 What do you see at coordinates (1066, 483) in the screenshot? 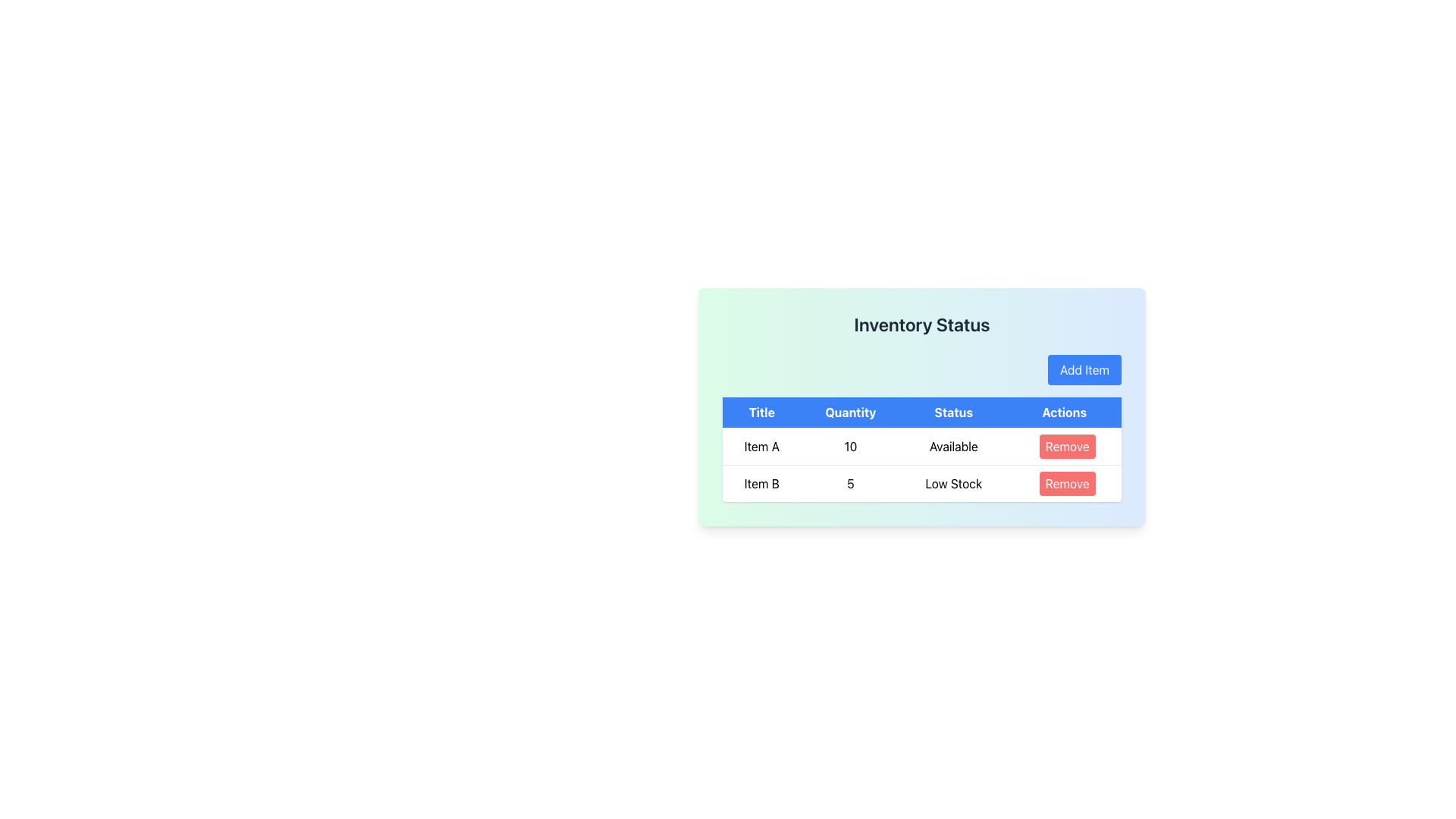
I see `the red 'Remove' button with white text in the 'Actions' column of the second row under the 'Inventory Status' section` at bounding box center [1066, 483].